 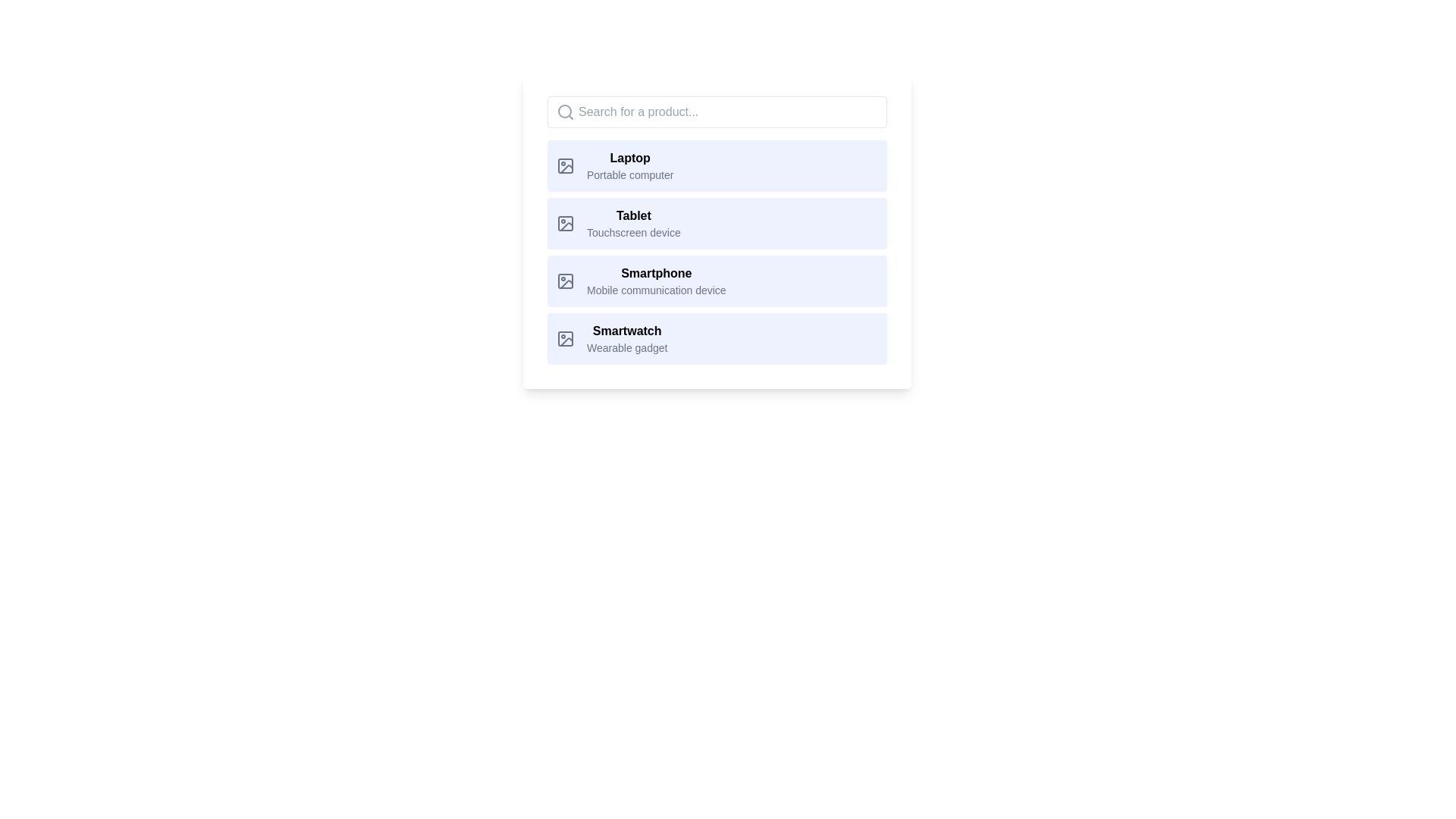 What do you see at coordinates (633, 233) in the screenshot?
I see `text content of the gray text label that says 'Touchscreen device', which is positioned directly below the 'Tablet' title` at bounding box center [633, 233].